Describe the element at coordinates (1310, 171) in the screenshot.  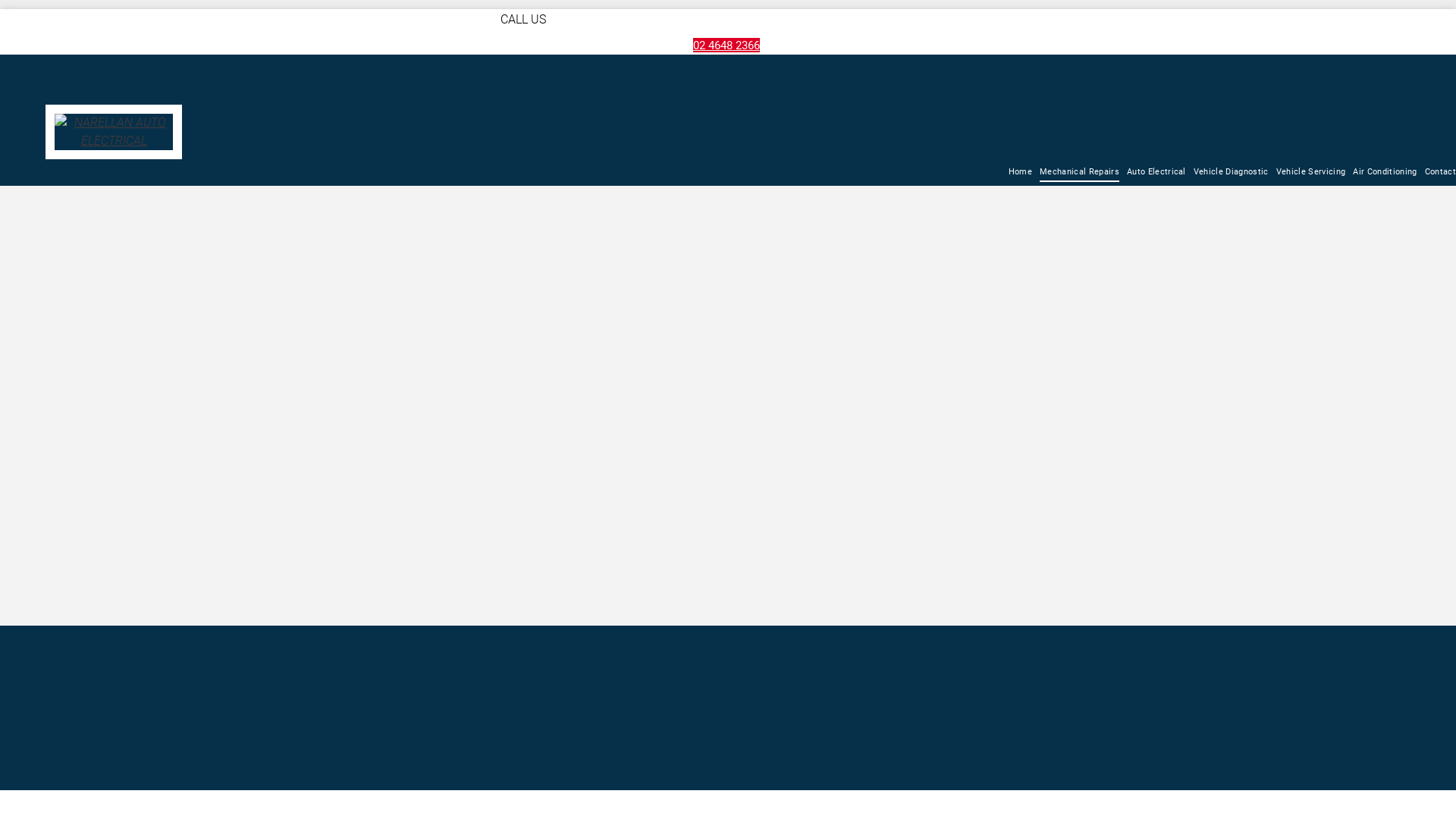
I see `'Vehicle Servicing'` at that location.